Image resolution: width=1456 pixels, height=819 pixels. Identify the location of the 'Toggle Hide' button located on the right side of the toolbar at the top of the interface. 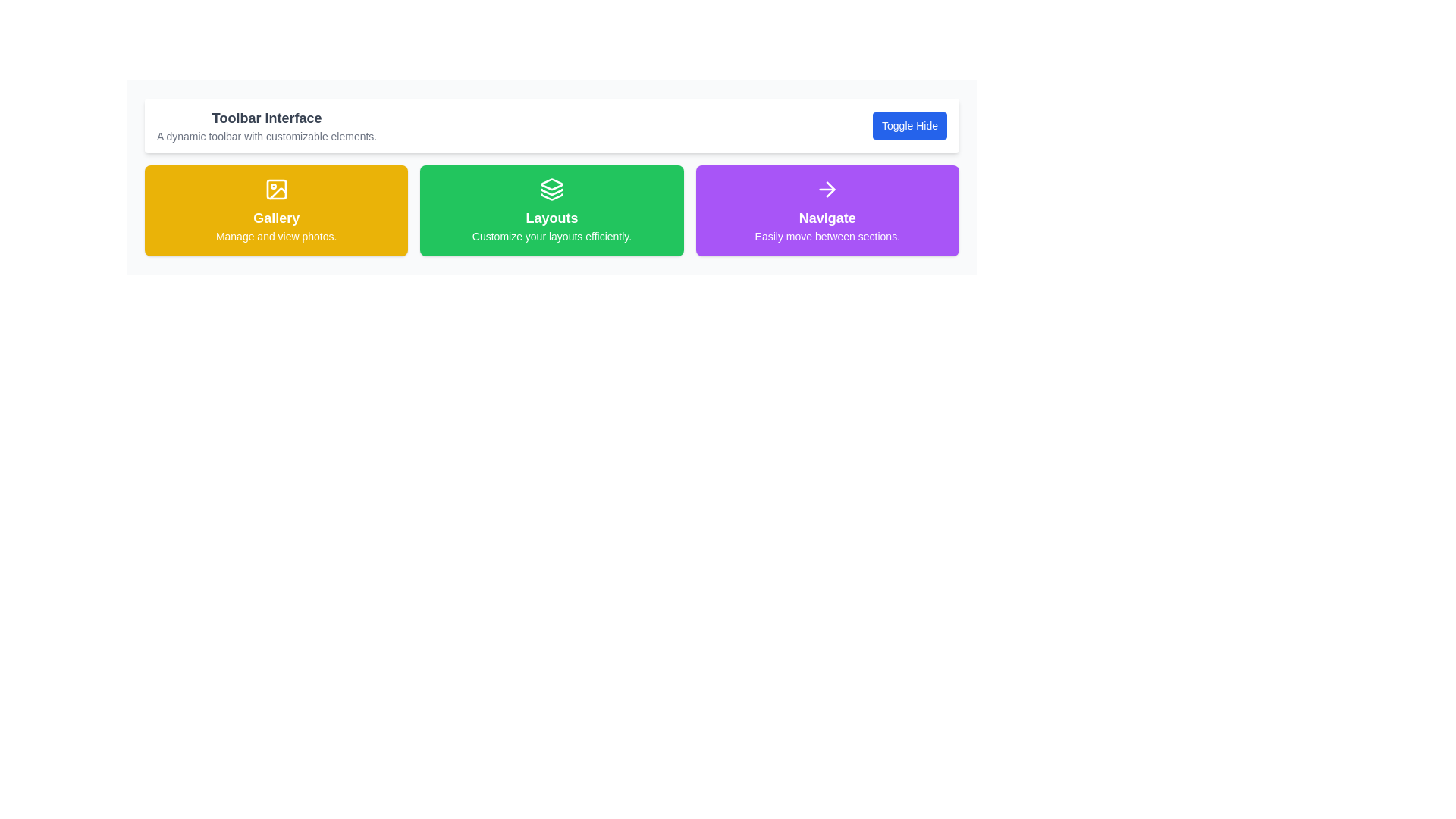
(910, 124).